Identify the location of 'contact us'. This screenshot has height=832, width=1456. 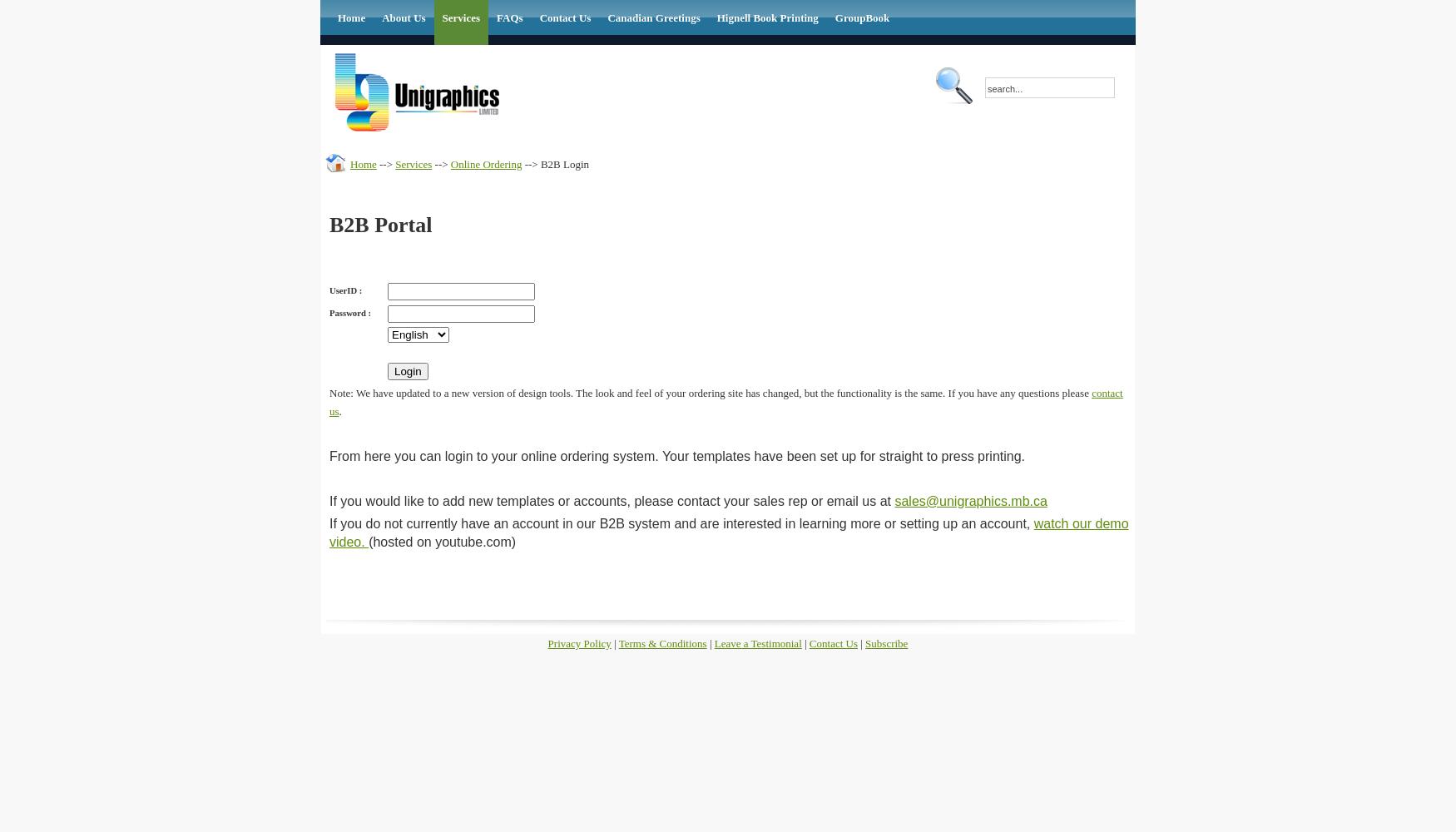
(726, 400).